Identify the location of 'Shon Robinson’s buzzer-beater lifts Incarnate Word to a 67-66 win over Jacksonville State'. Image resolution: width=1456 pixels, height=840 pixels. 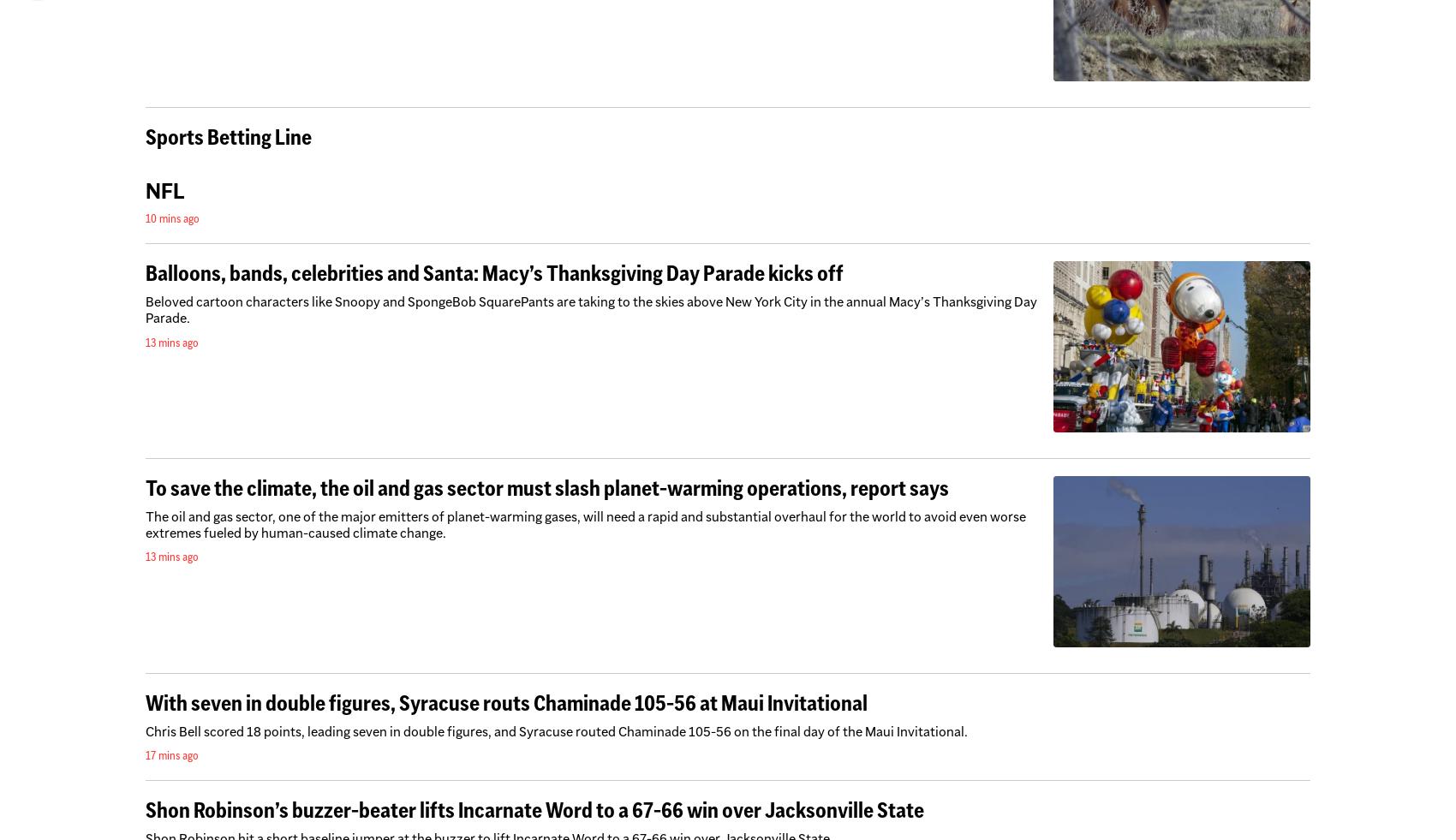
(534, 808).